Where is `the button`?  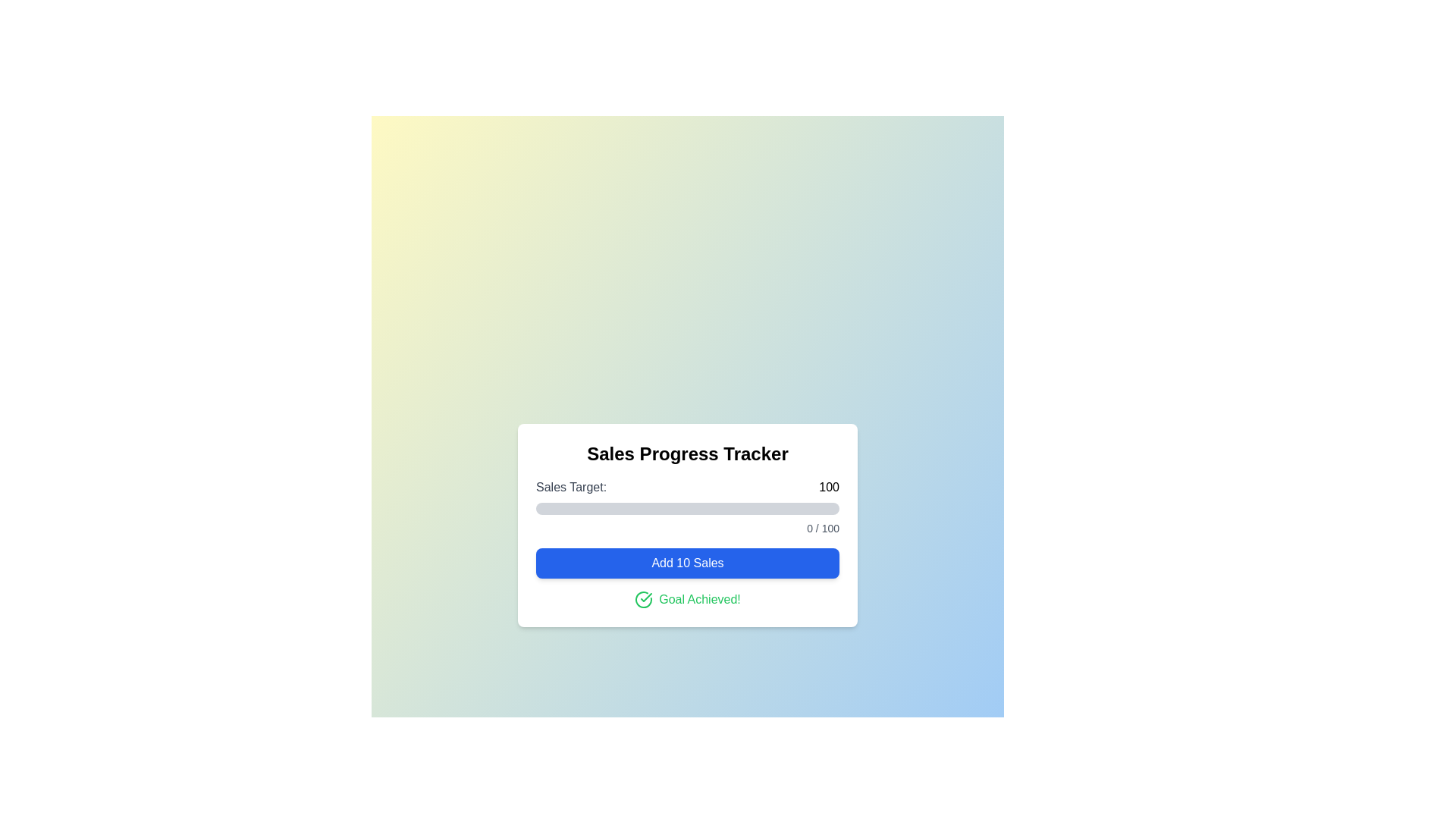 the button is located at coordinates (687, 563).